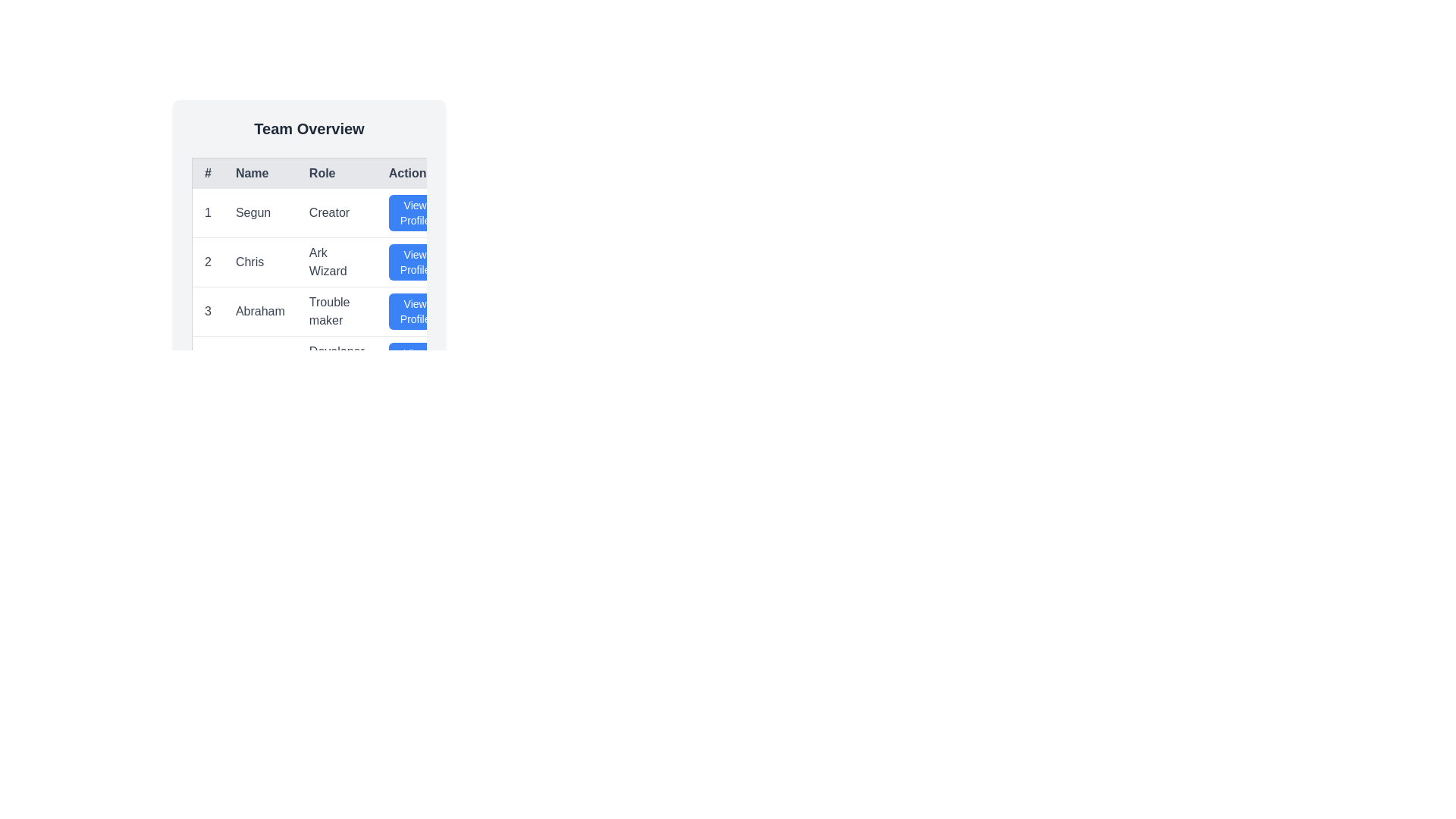  What do you see at coordinates (422, 262) in the screenshot?
I see `the 'View Profile' button with a blue background and white text located` at bounding box center [422, 262].